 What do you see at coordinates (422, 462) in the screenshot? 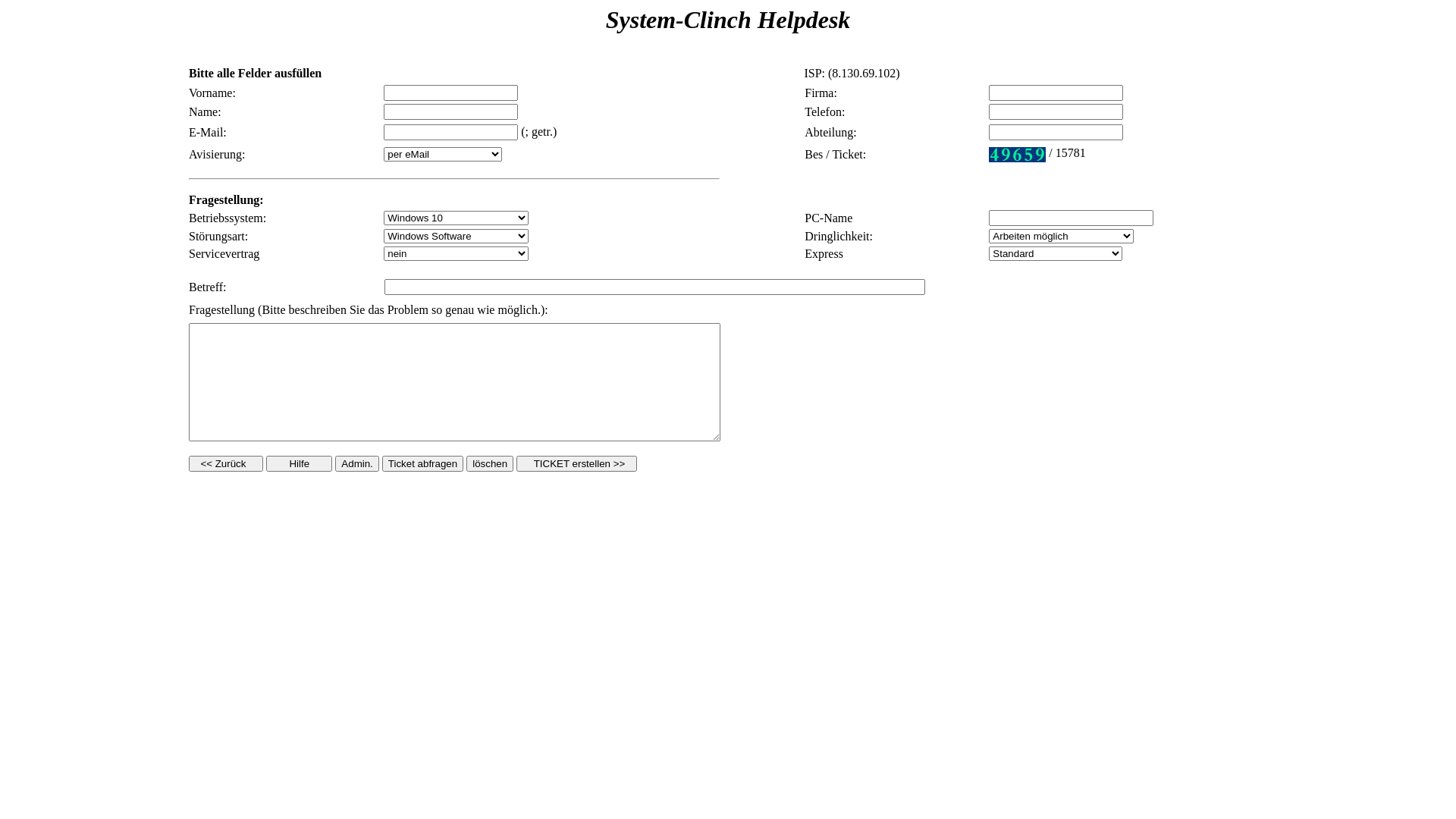
I see `'Ticket abfragen'` at bounding box center [422, 462].